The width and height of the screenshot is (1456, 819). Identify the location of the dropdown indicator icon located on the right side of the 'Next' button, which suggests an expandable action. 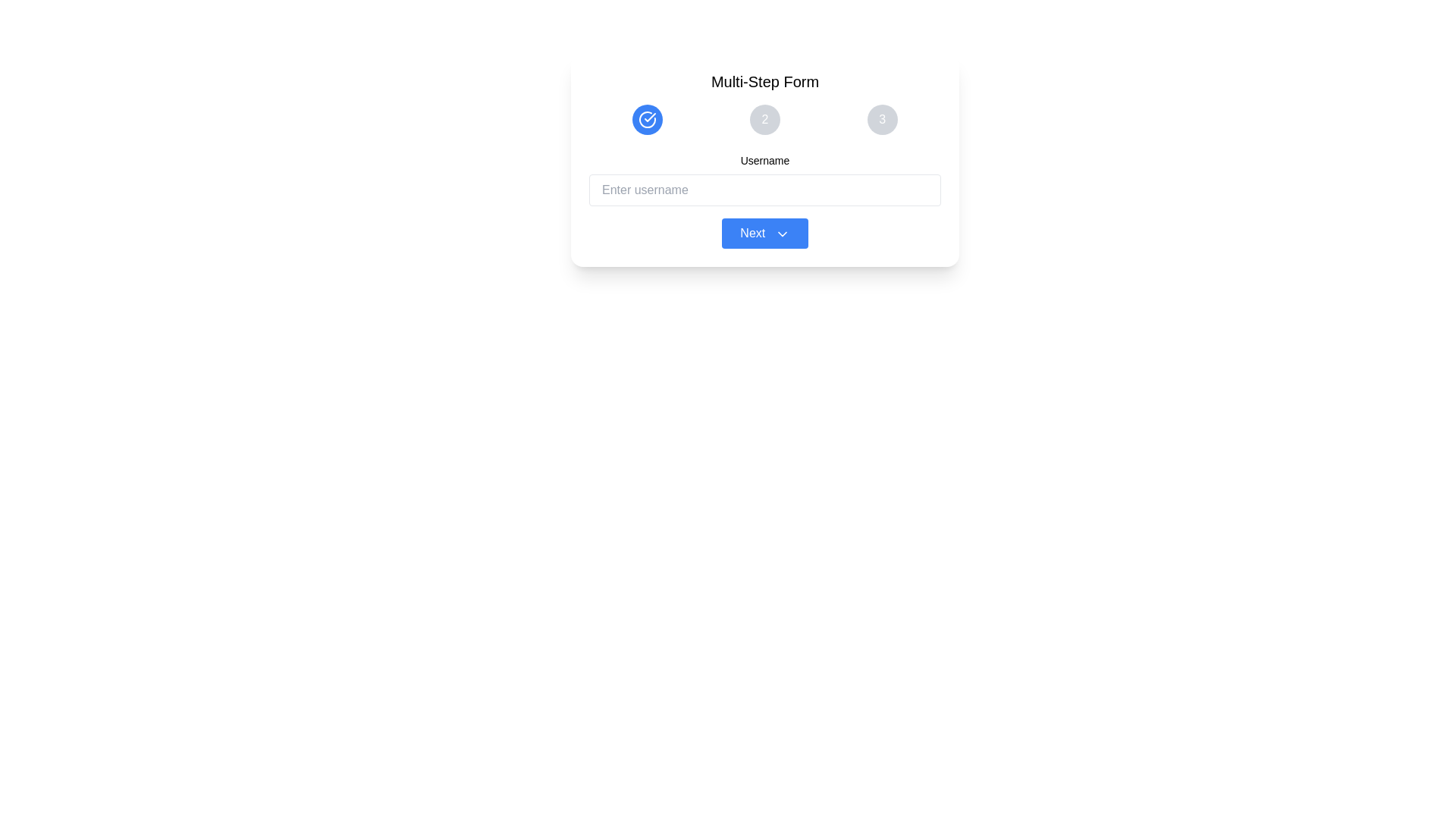
(782, 234).